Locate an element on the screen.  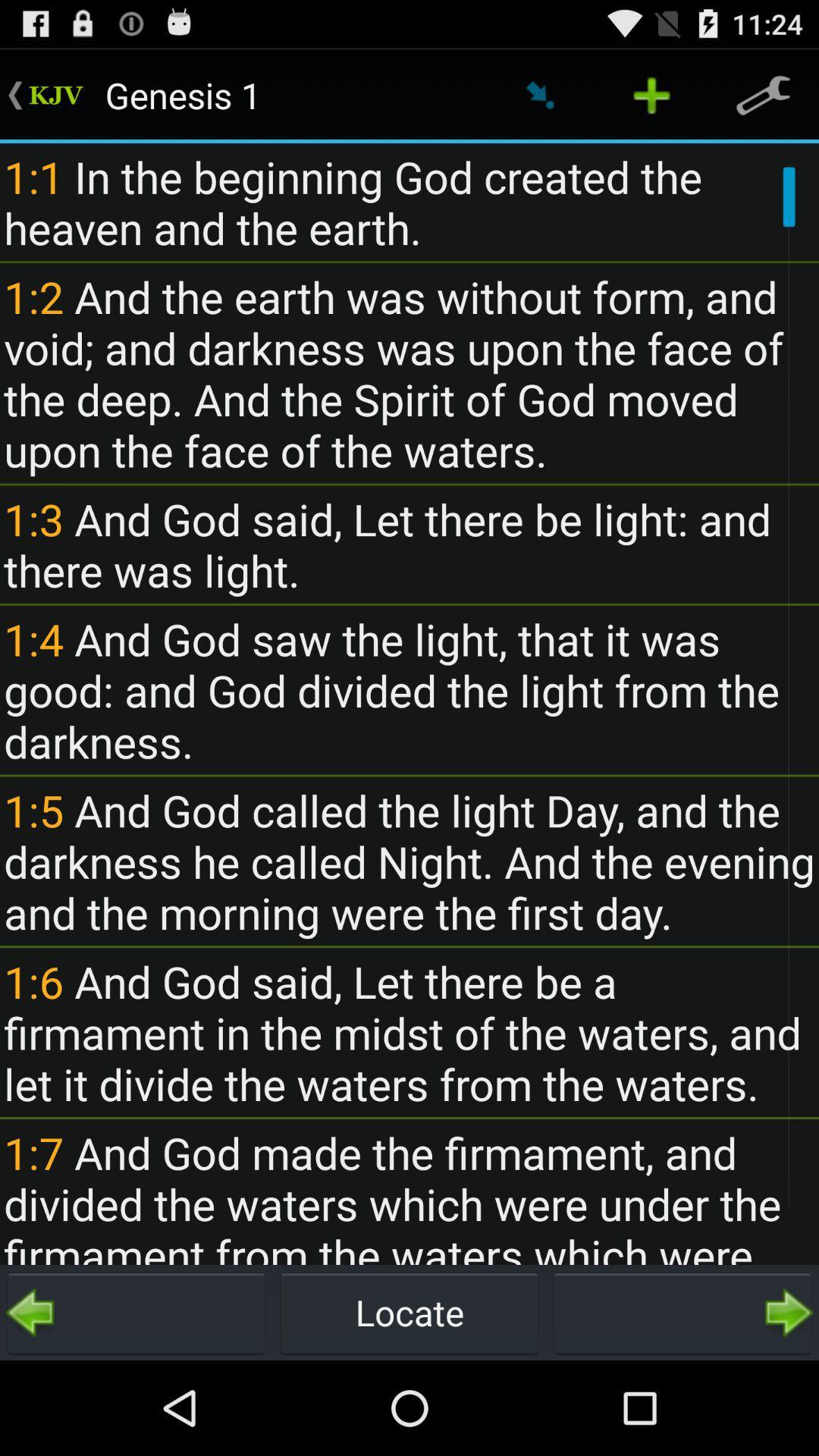
the icon below 1 7 and app is located at coordinates (136, 1312).